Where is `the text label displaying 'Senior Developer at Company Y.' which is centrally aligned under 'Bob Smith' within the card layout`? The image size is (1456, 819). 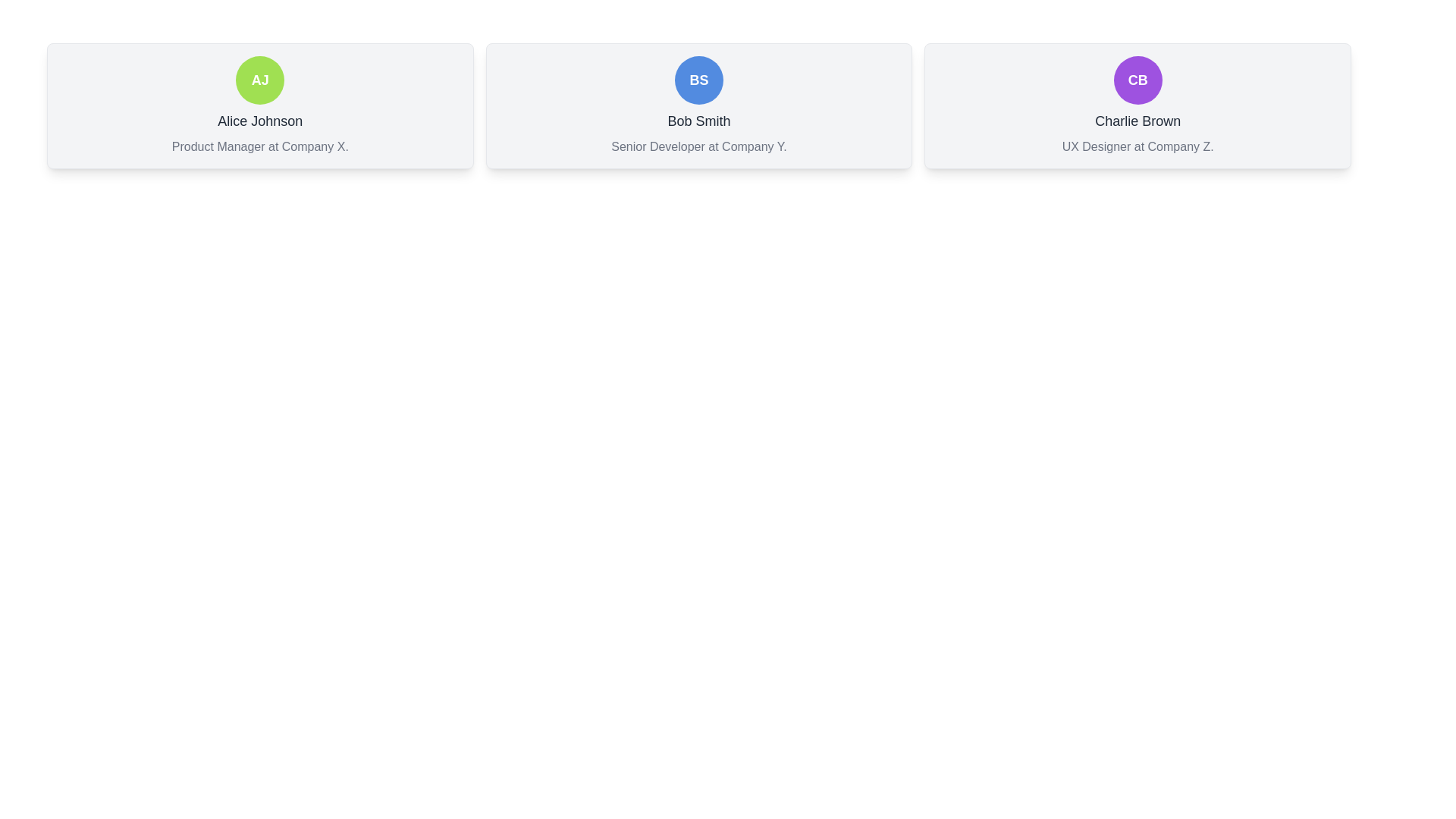 the text label displaying 'Senior Developer at Company Y.' which is centrally aligned under 'Bob Smith' within the card layout is located at coordinates (698, 146).